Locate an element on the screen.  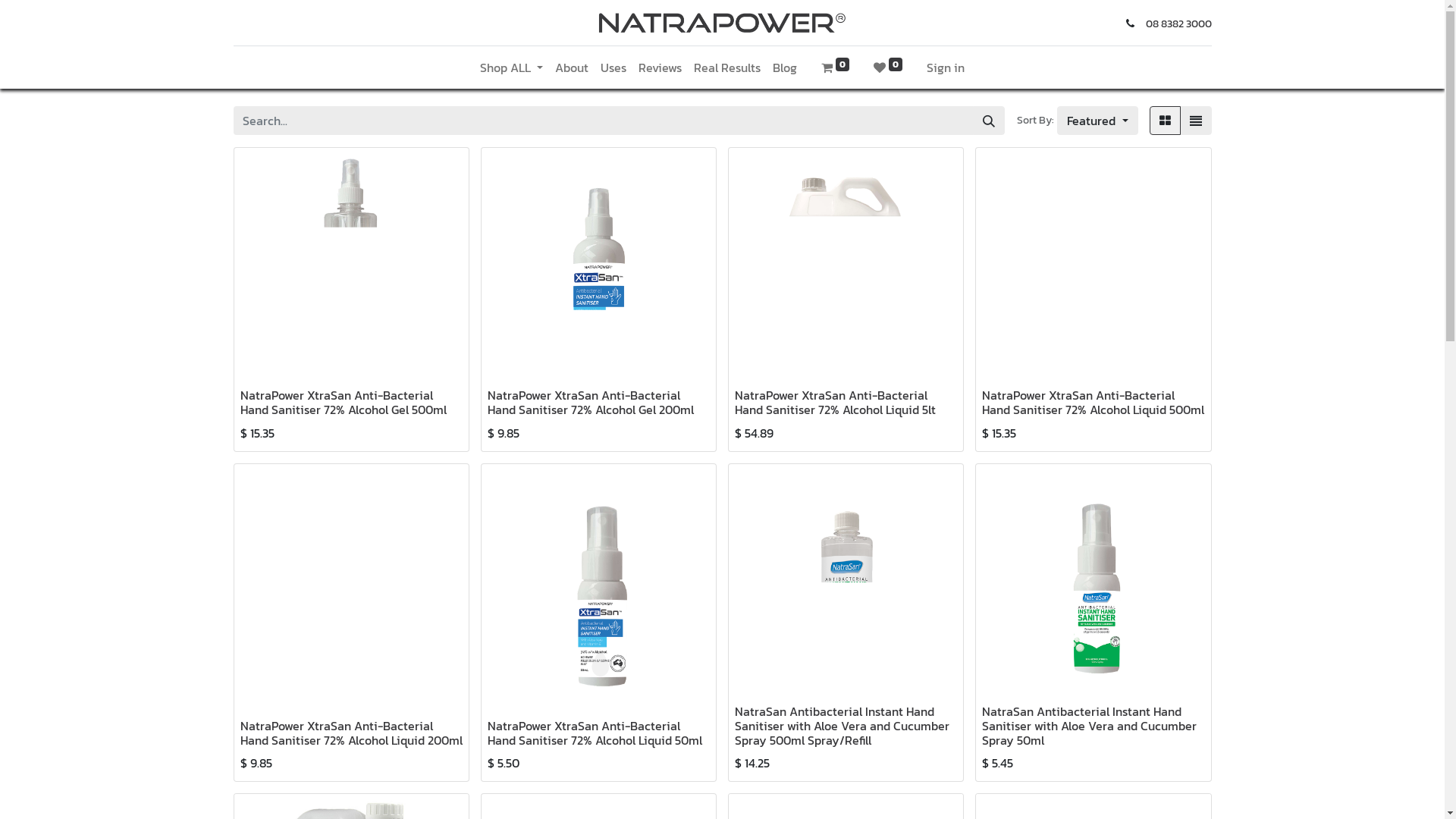
'0' is located at coordinates (867, 66).